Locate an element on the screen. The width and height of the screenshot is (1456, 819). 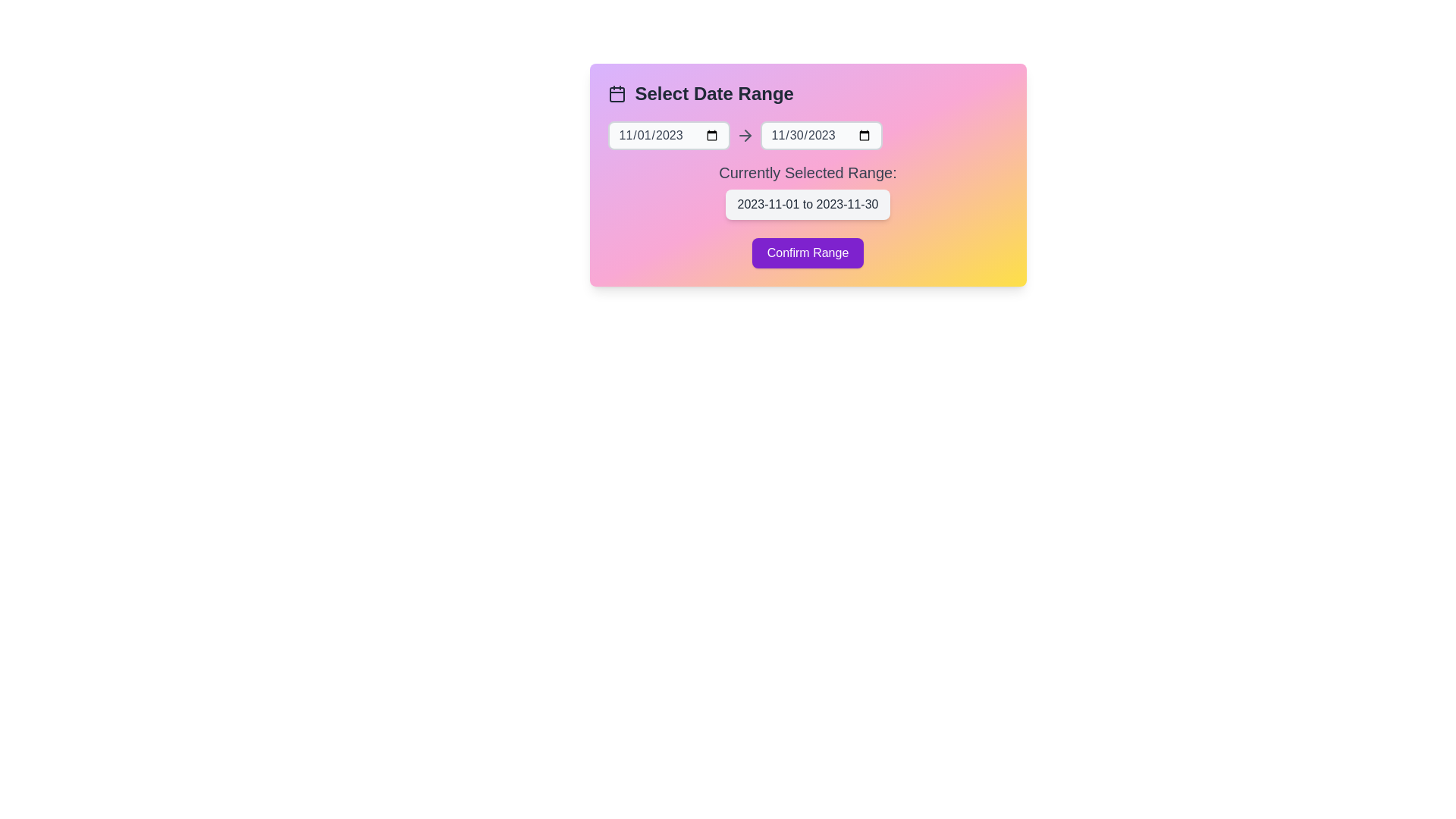
the text displaying the currently selected date range is located at coordinates (807, 205).